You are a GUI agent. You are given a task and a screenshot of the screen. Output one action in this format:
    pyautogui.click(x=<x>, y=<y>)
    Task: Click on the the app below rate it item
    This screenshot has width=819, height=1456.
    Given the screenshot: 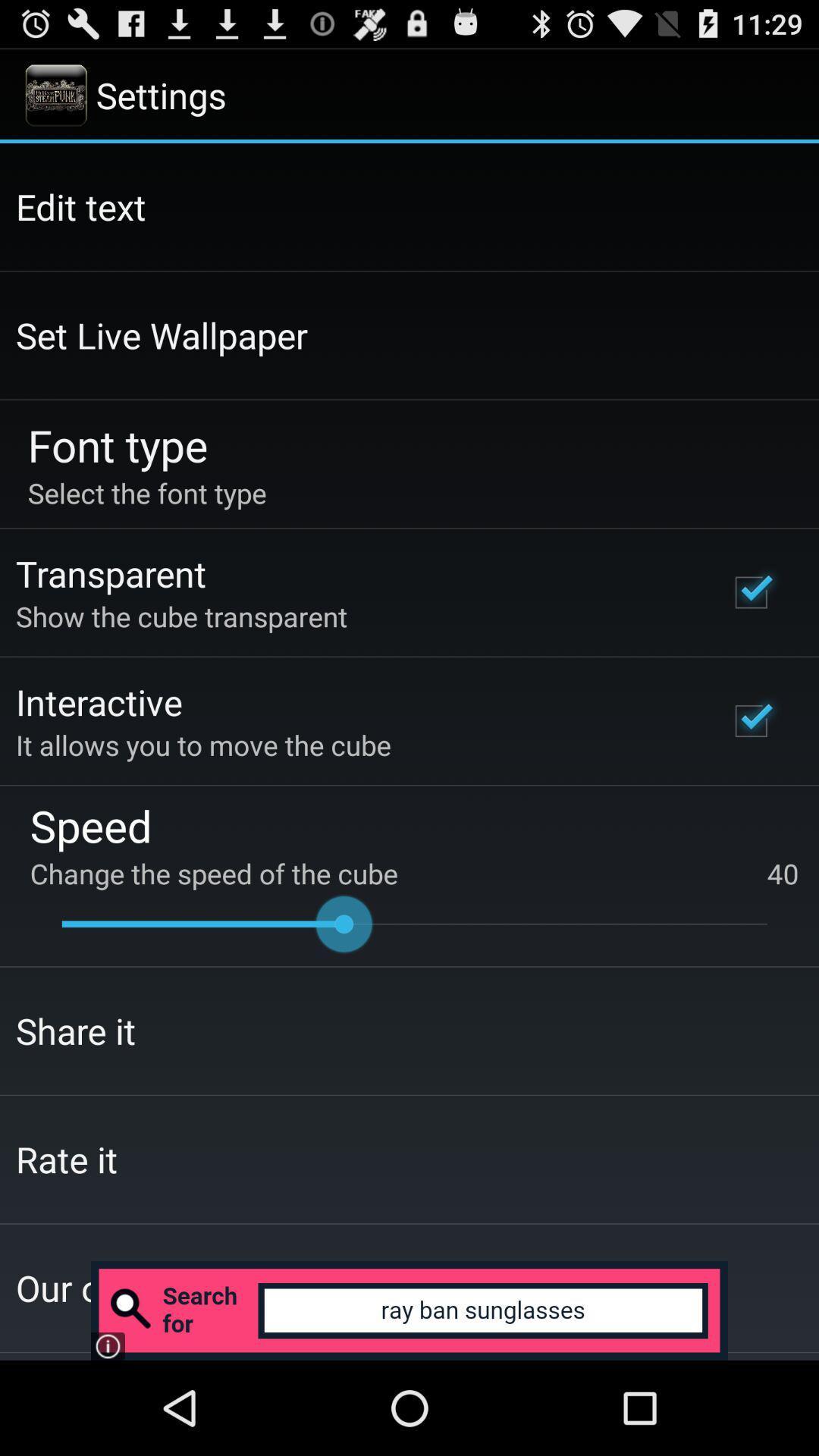 What is the action you would take?
    pyautogui.click(x=409, y=1310)
    